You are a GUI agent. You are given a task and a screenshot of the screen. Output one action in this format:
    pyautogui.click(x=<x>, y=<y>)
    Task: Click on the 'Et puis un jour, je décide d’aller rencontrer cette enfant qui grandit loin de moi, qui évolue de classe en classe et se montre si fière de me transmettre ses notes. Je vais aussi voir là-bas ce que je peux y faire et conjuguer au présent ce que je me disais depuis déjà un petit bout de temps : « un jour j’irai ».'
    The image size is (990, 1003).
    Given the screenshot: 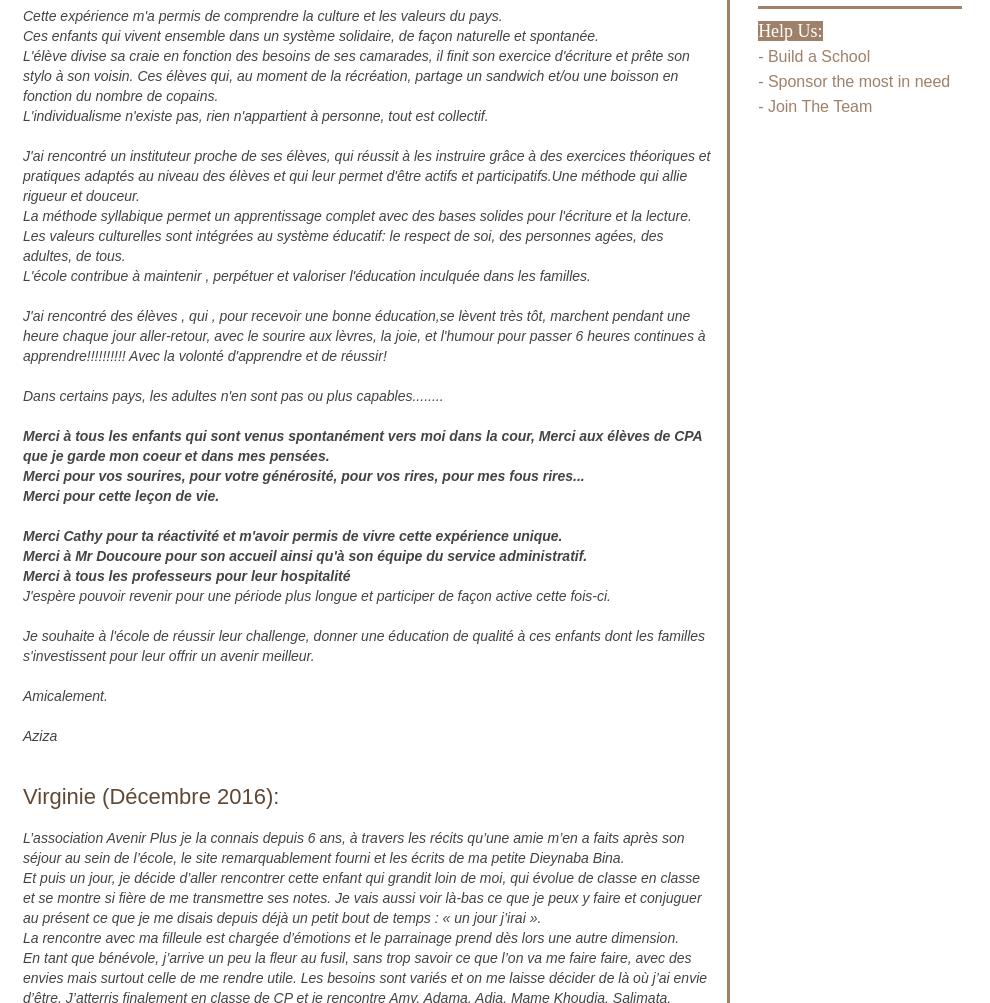 What is the action you would take?
    pyautogui.click(x=362, y=897)
    